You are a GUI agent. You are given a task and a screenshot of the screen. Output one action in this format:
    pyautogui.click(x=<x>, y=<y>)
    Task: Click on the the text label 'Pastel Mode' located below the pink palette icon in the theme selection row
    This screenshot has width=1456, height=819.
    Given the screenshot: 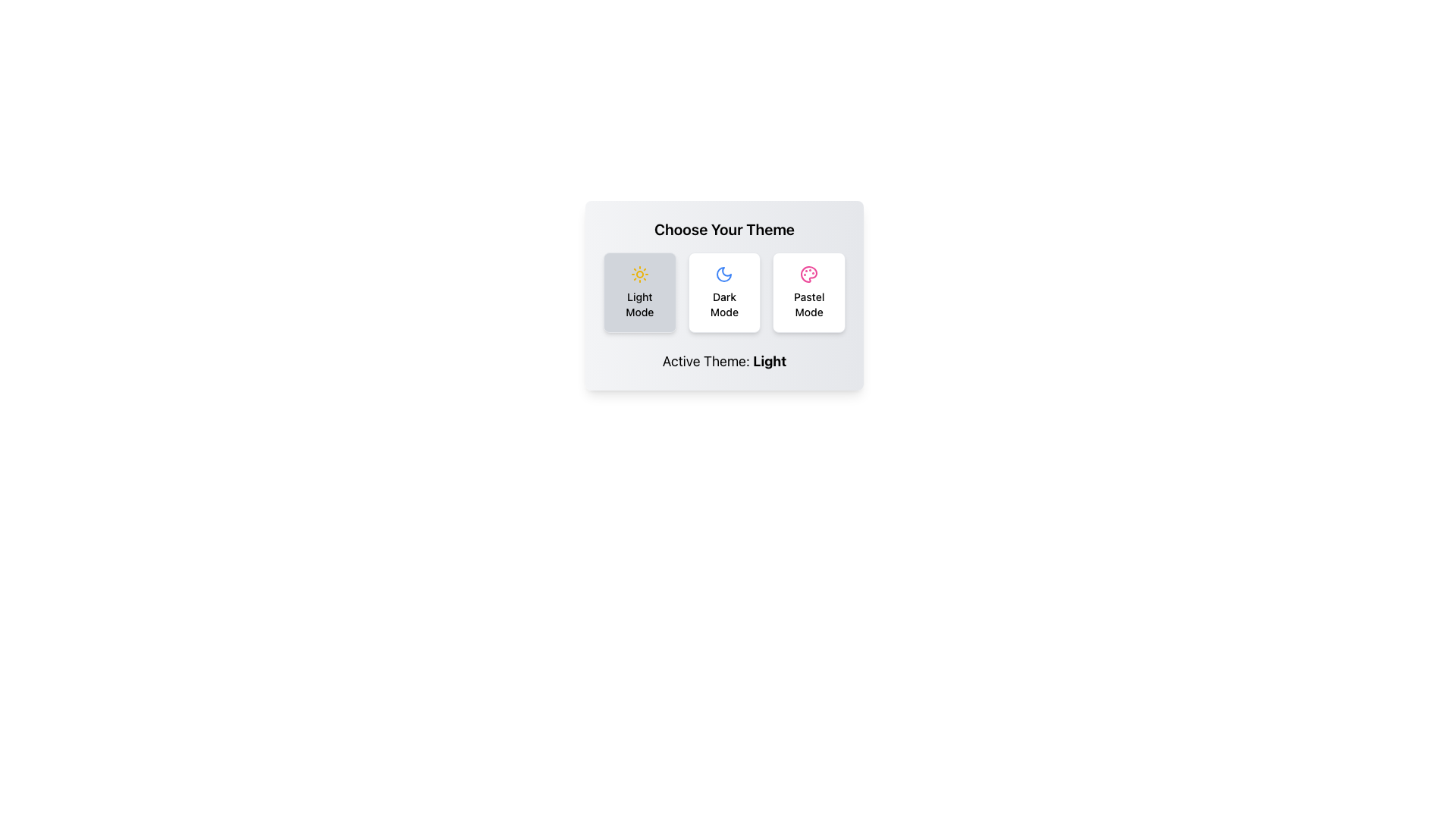 What is the action you would take?
    pyautogui.click(x=808, y=304)
    